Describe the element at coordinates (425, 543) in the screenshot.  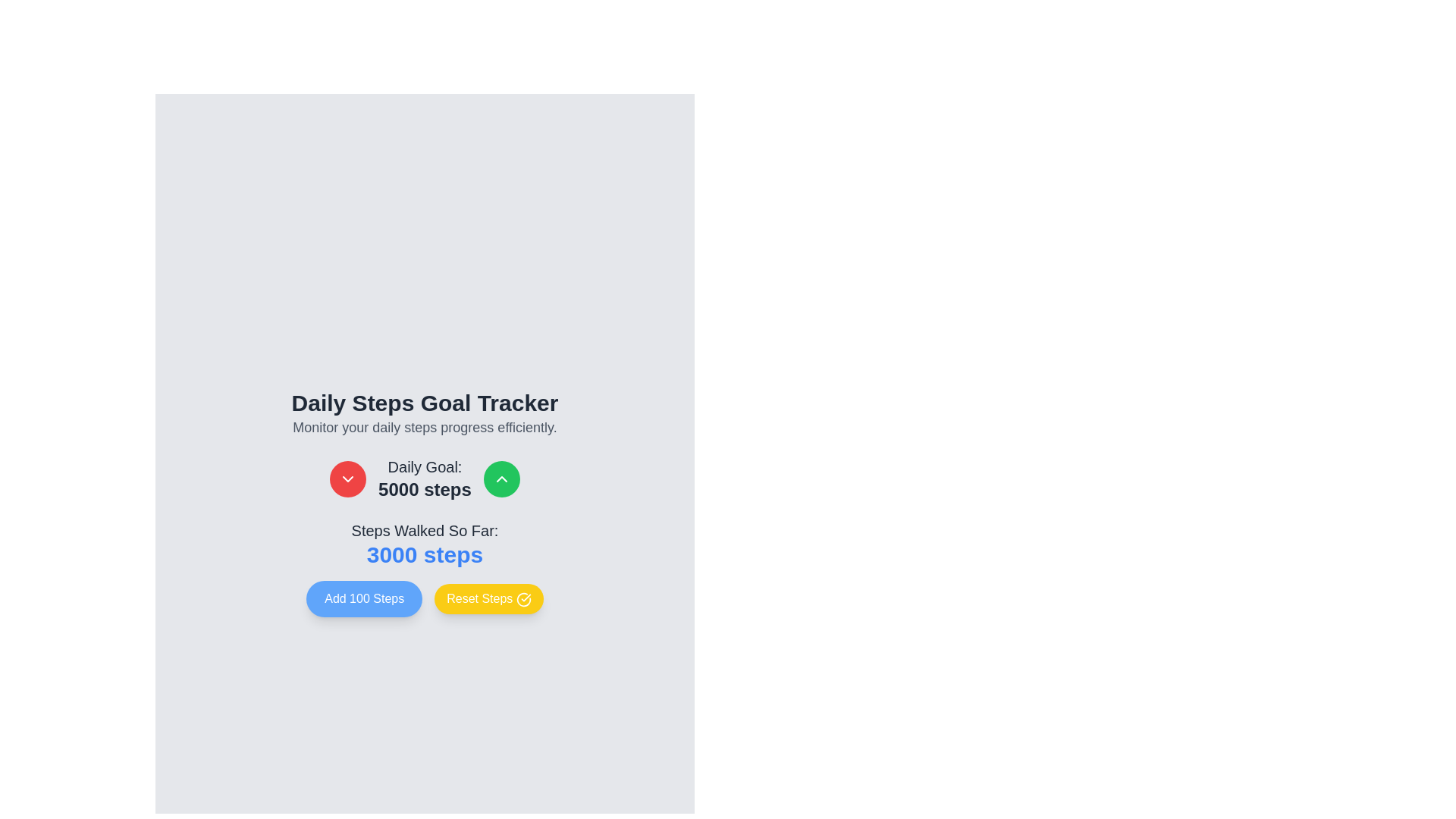
I see `the read-only Text display that shows the user's current count of steps walked, located centrally under the 'Daily Goal: 5000 steps' display, above the 'Add 100 Steps' and 'Reset Steps' buttons` at that location.